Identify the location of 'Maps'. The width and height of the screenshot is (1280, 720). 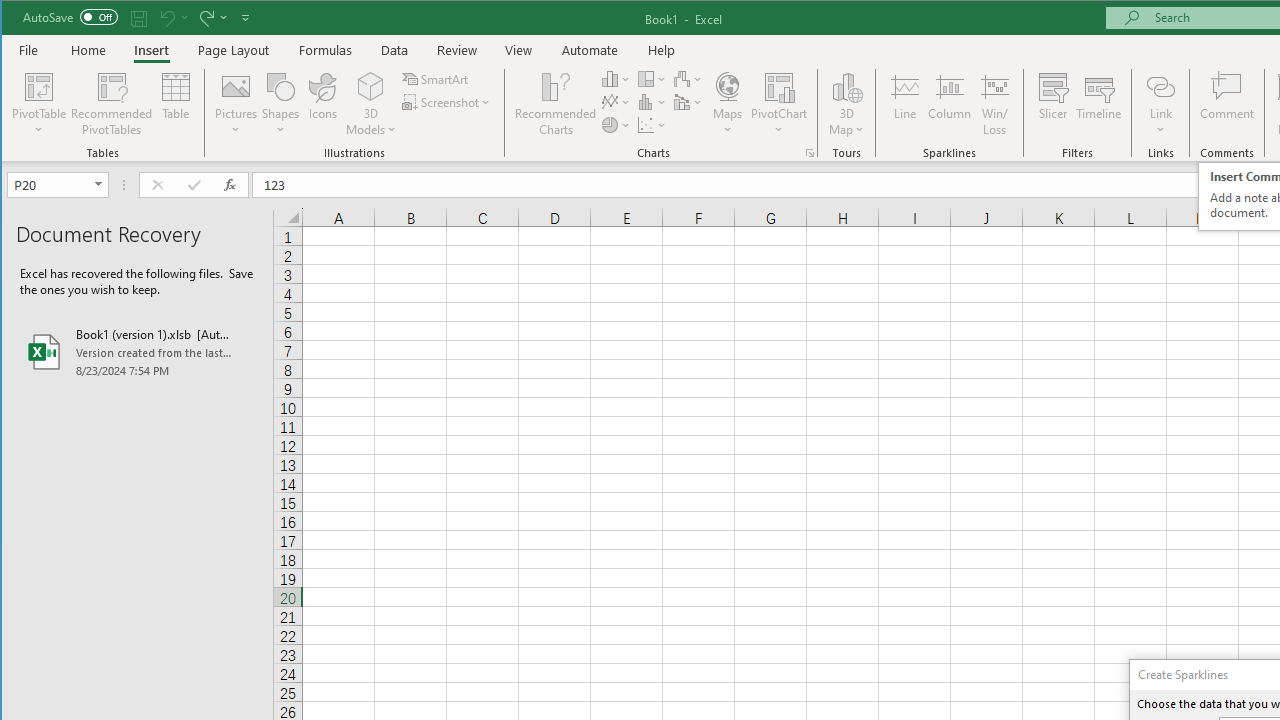
(726, 104).